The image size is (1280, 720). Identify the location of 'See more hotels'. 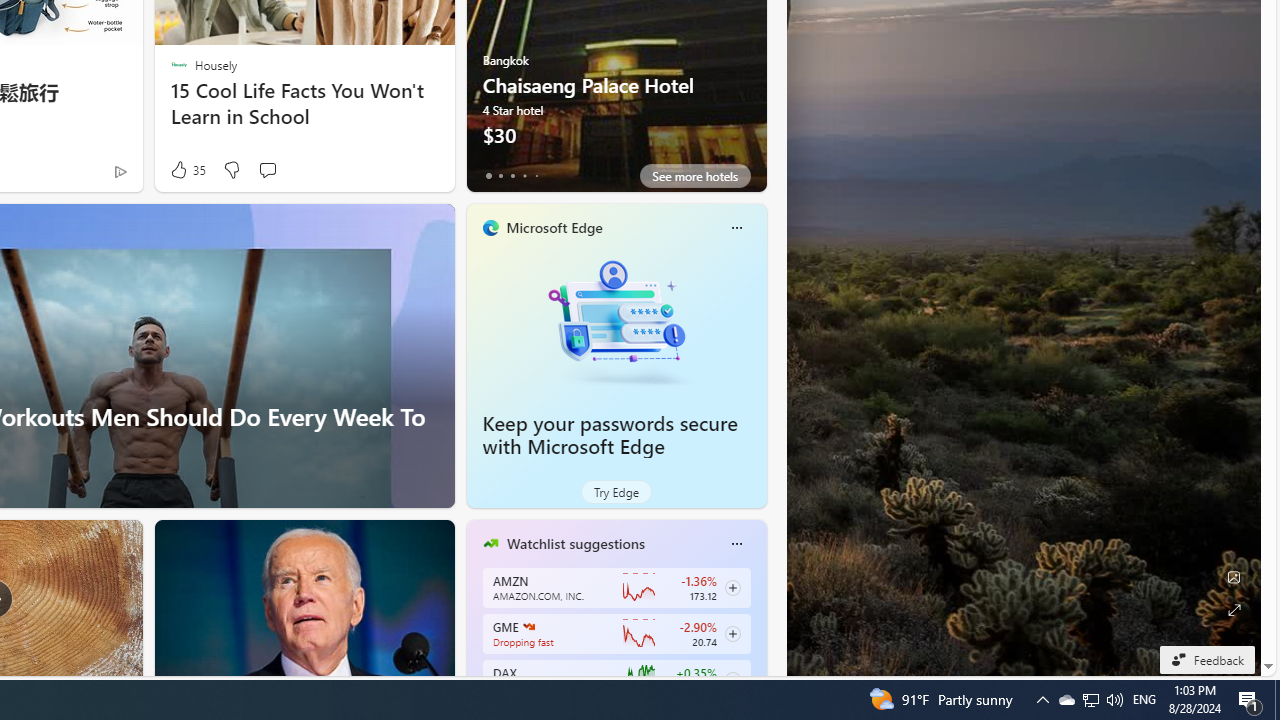
(695, 175).